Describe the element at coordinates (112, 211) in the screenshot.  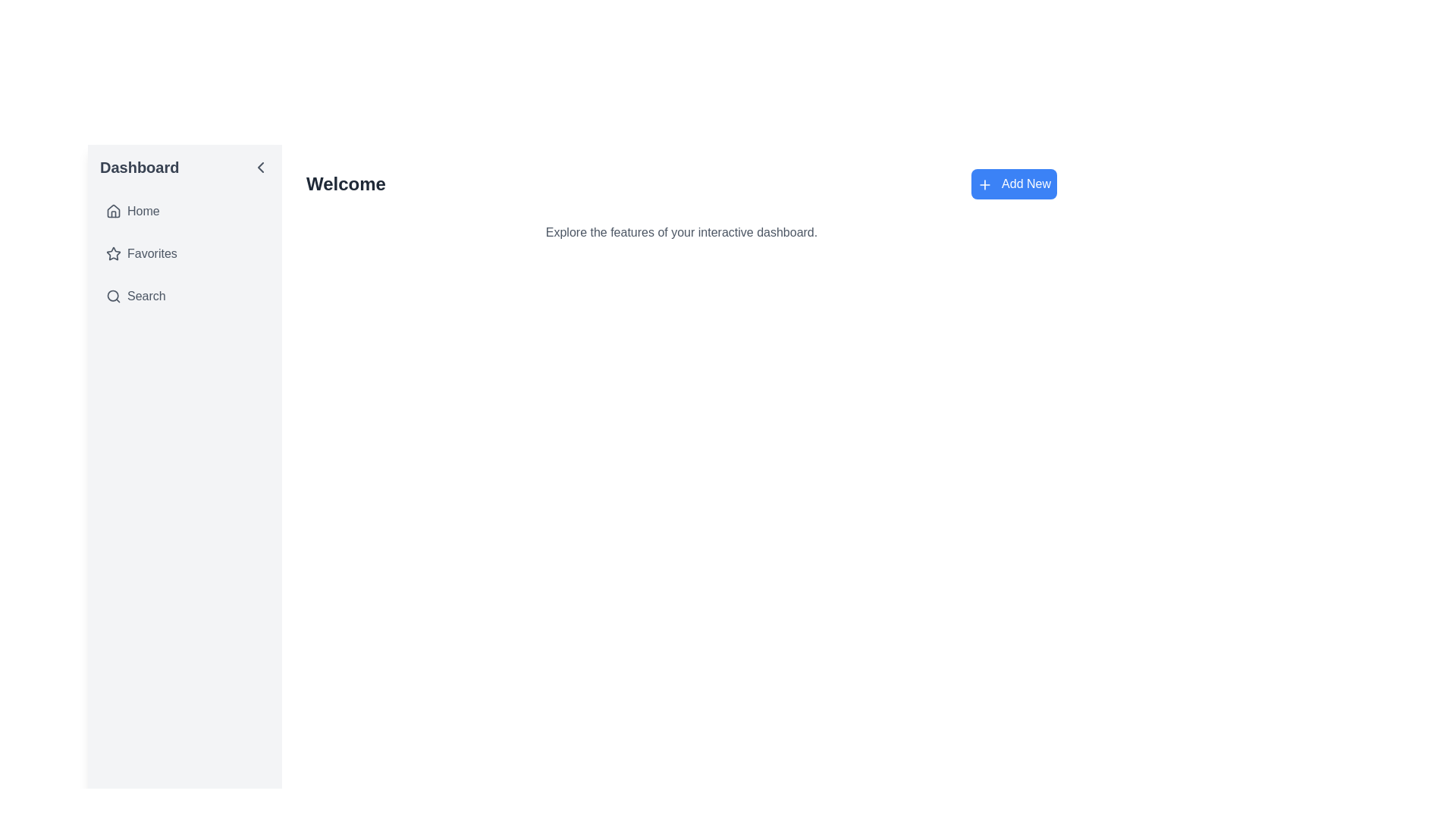
I see `the 'Home' icon located at the top of the sidebar menu, which serves as a visual representation of the home/dashboard section of the application` at that location.